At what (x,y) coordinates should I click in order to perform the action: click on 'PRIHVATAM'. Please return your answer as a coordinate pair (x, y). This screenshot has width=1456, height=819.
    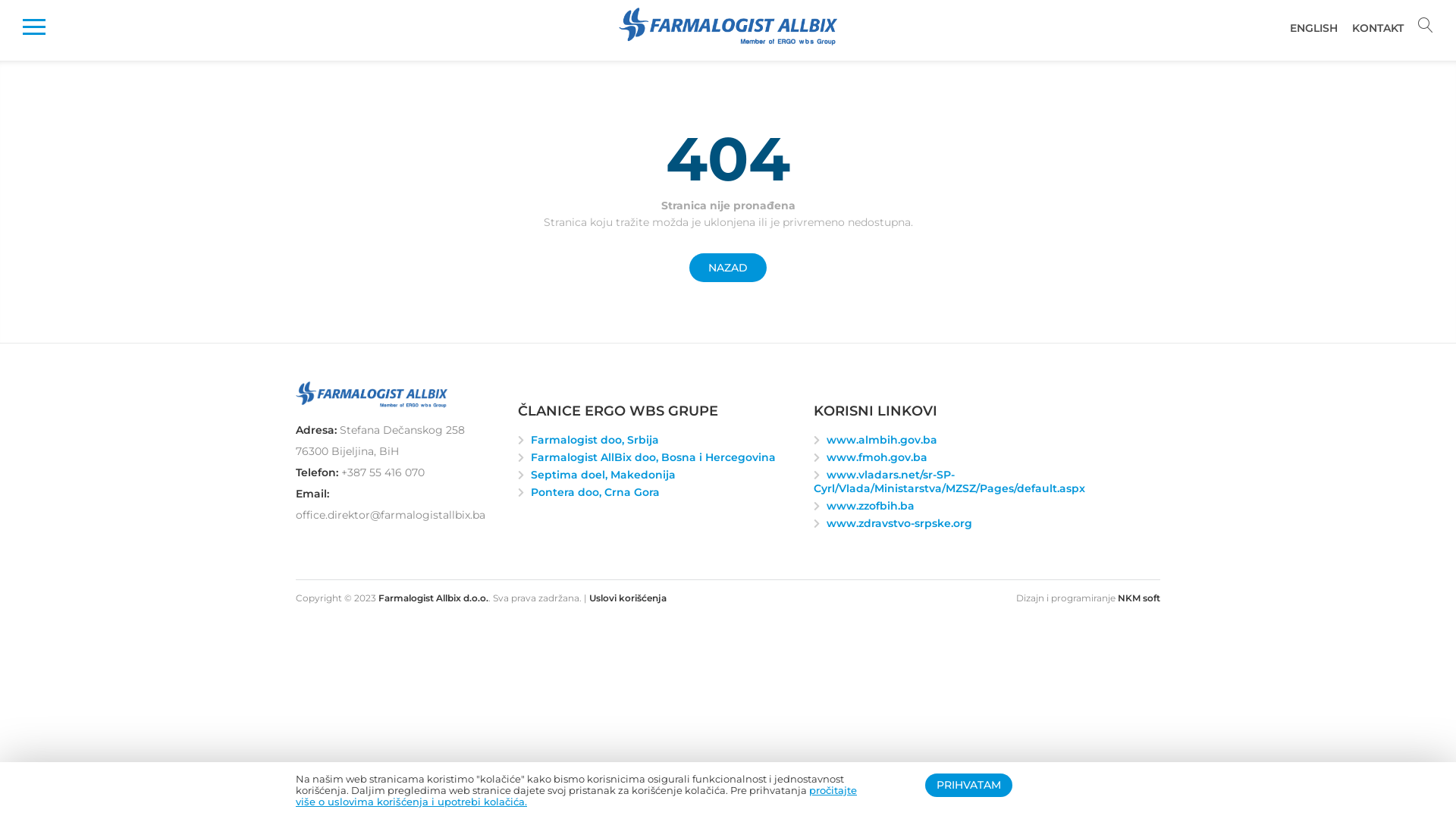
    Looking at the image, I should click on (968, 785).